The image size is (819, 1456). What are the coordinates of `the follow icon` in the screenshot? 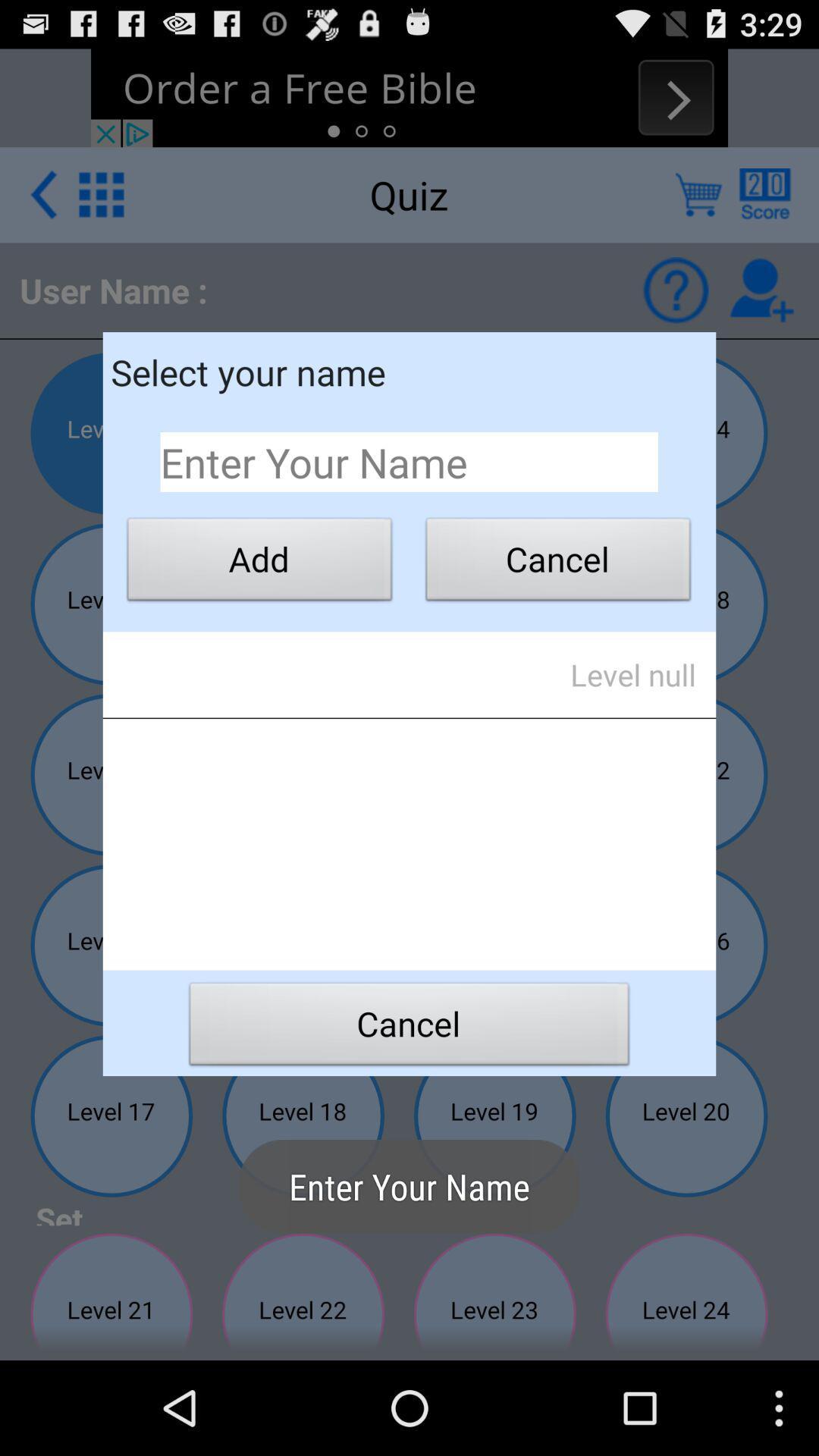 It's located at (761, 309).